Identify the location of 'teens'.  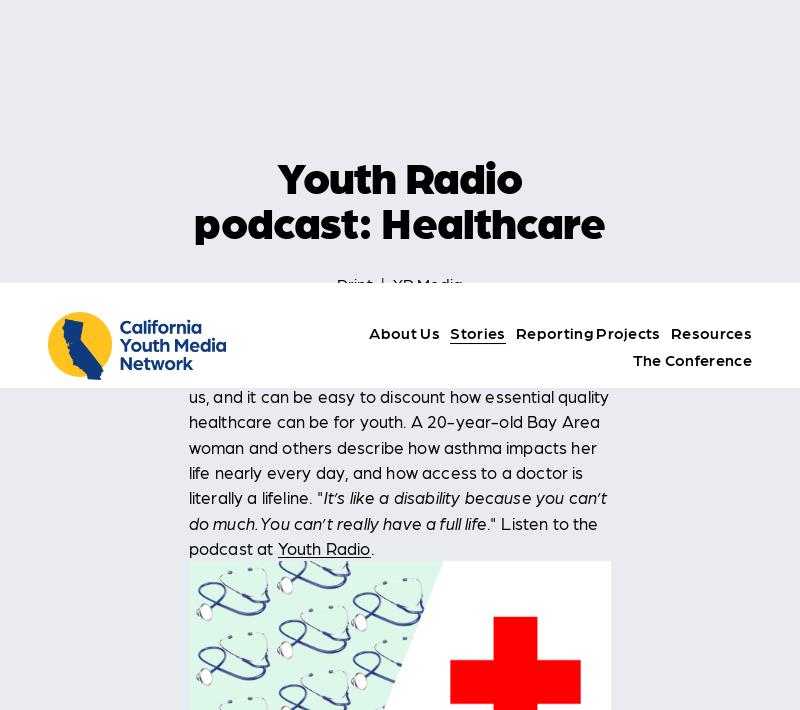
(453, 653).